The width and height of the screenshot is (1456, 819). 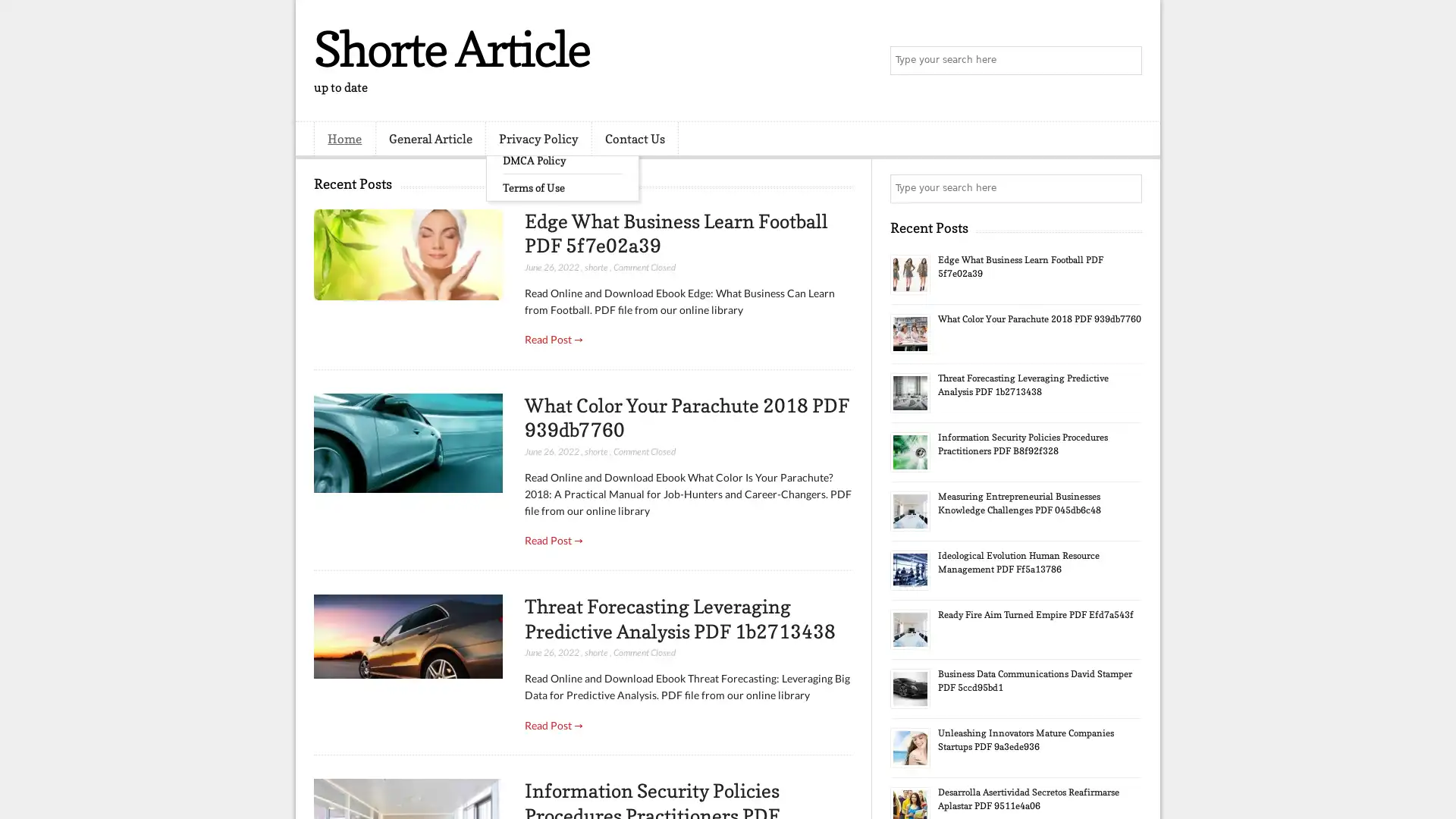 I want to click on Search, so click(x=1126, y=61).